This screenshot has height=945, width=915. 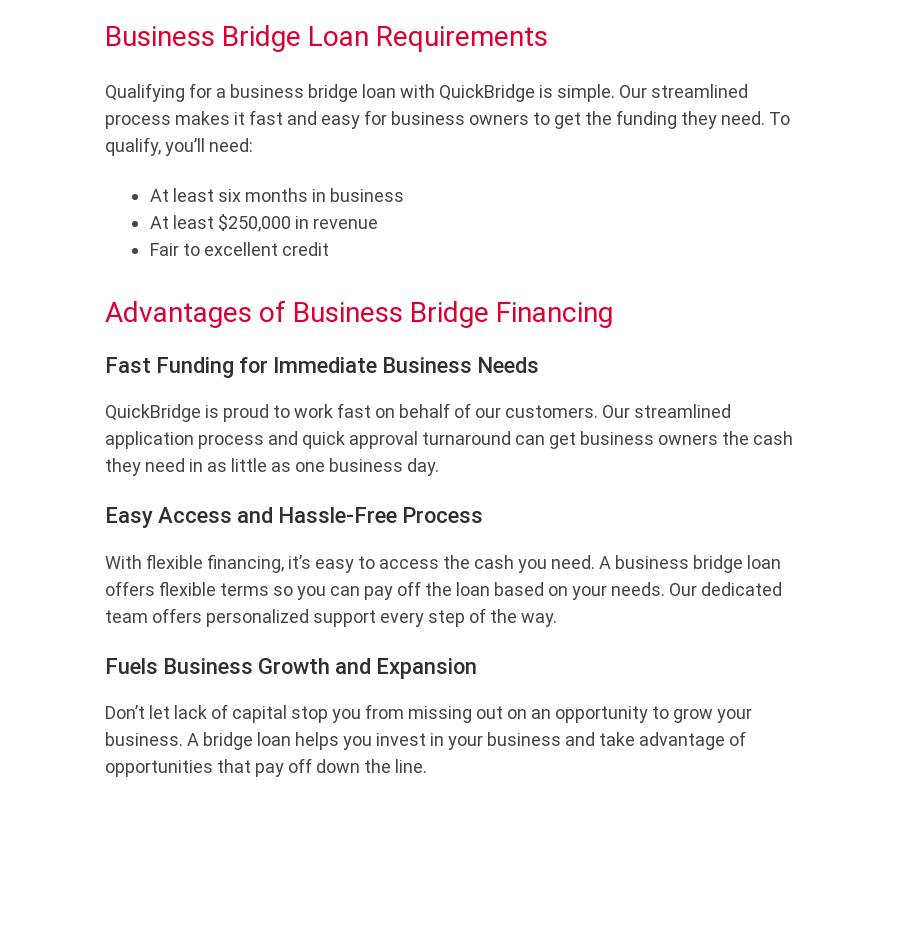 What do you see at coordinates (239, 248) in the screenshot?
I see `'Fair to excellent credit'` at bounding box center [239, 248].